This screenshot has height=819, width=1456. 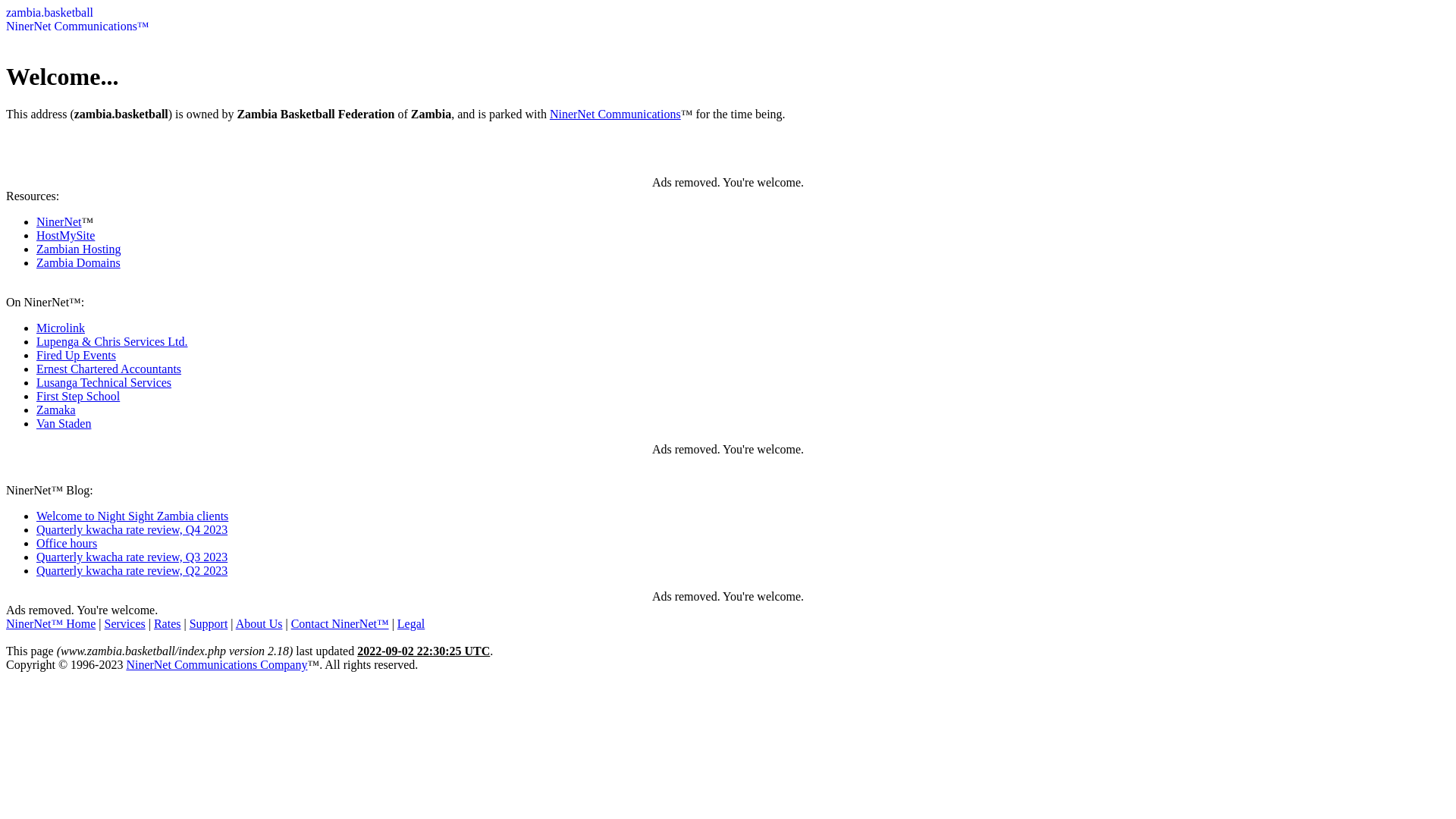 I want to click on 'Lupenga & Chris Services Ltd.', so click(x=111, y=341).